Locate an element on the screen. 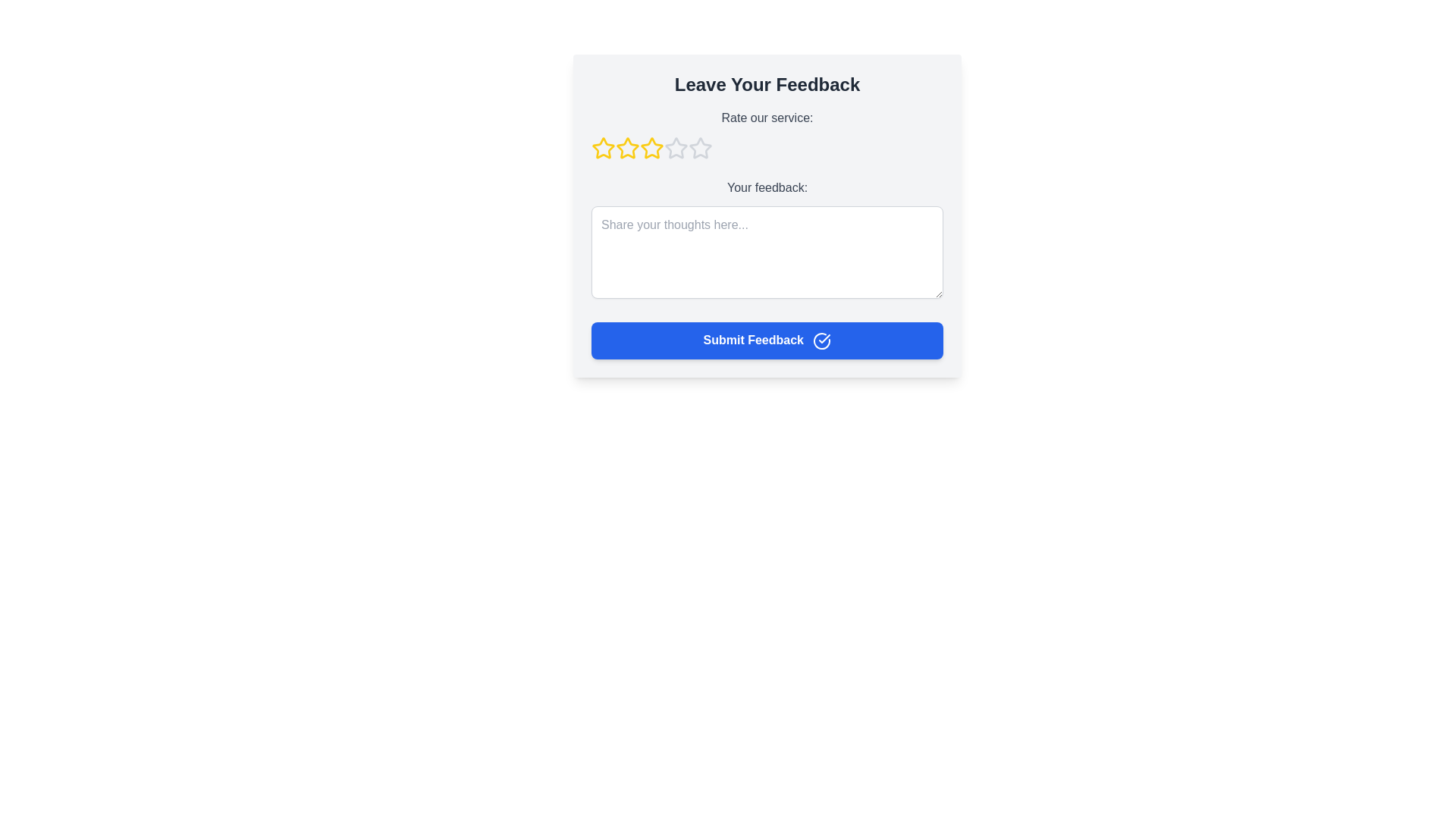 This screenshot has width=1456, height=819. the fourth star-shaped icon in the rating system to assign a four-star rating is located at coordinates (675, 148).